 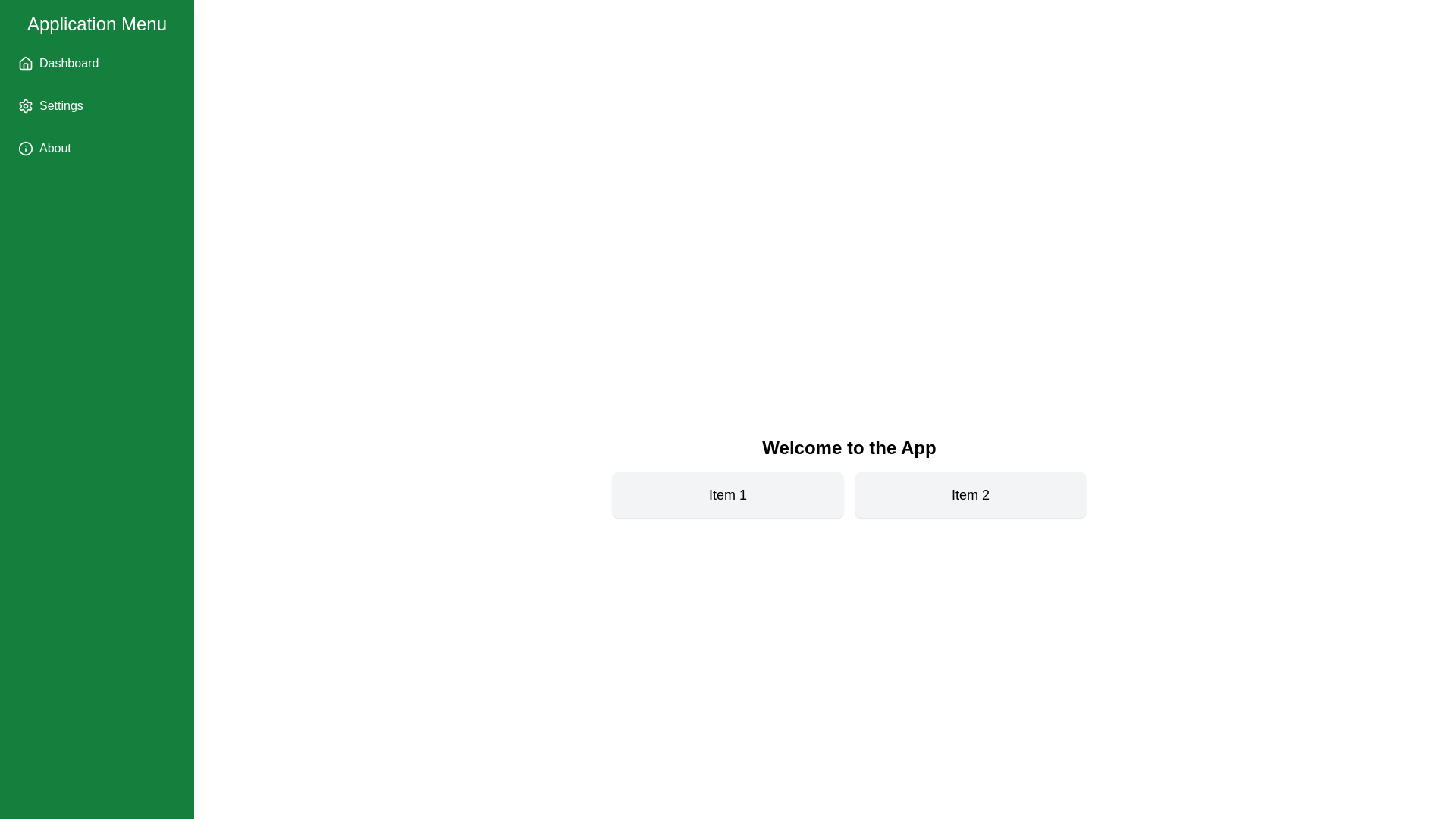 I want to click on the Dashboard menu item in the sidebar, so click(x=96, y=63).